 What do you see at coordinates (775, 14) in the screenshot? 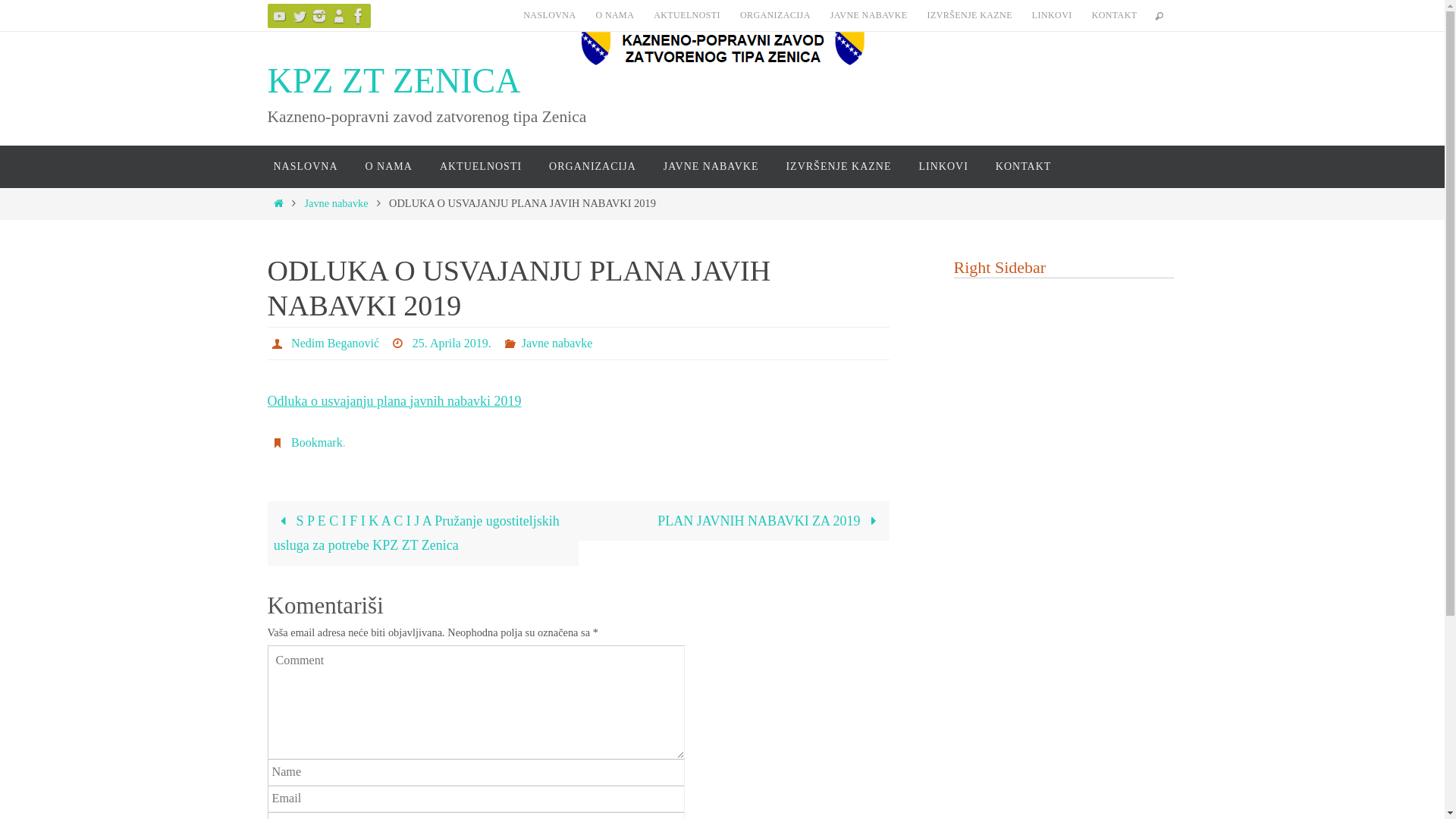
I see `'ORGANIZACIJA'` at bounding box center [775, 14].